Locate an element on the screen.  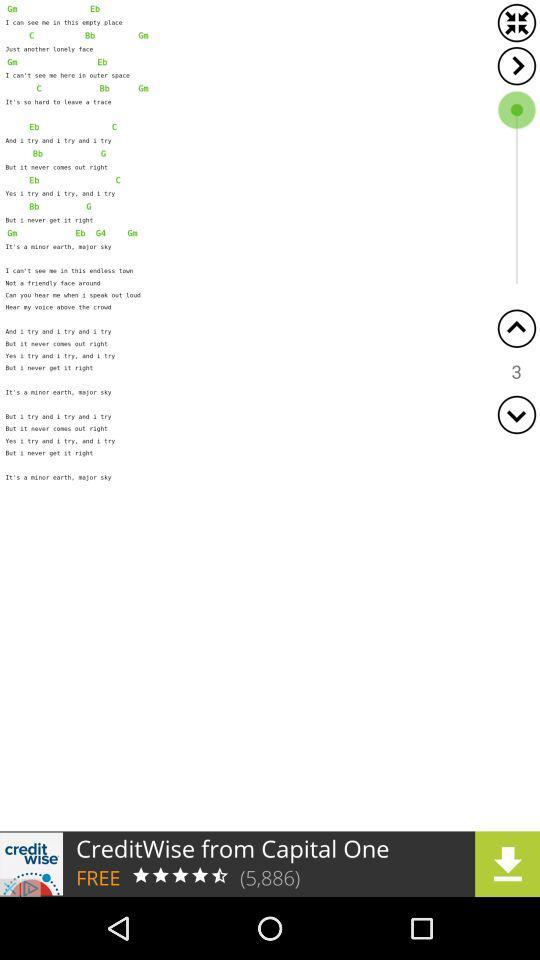
the arrow_forward icon is located at coordinates (516, 66).